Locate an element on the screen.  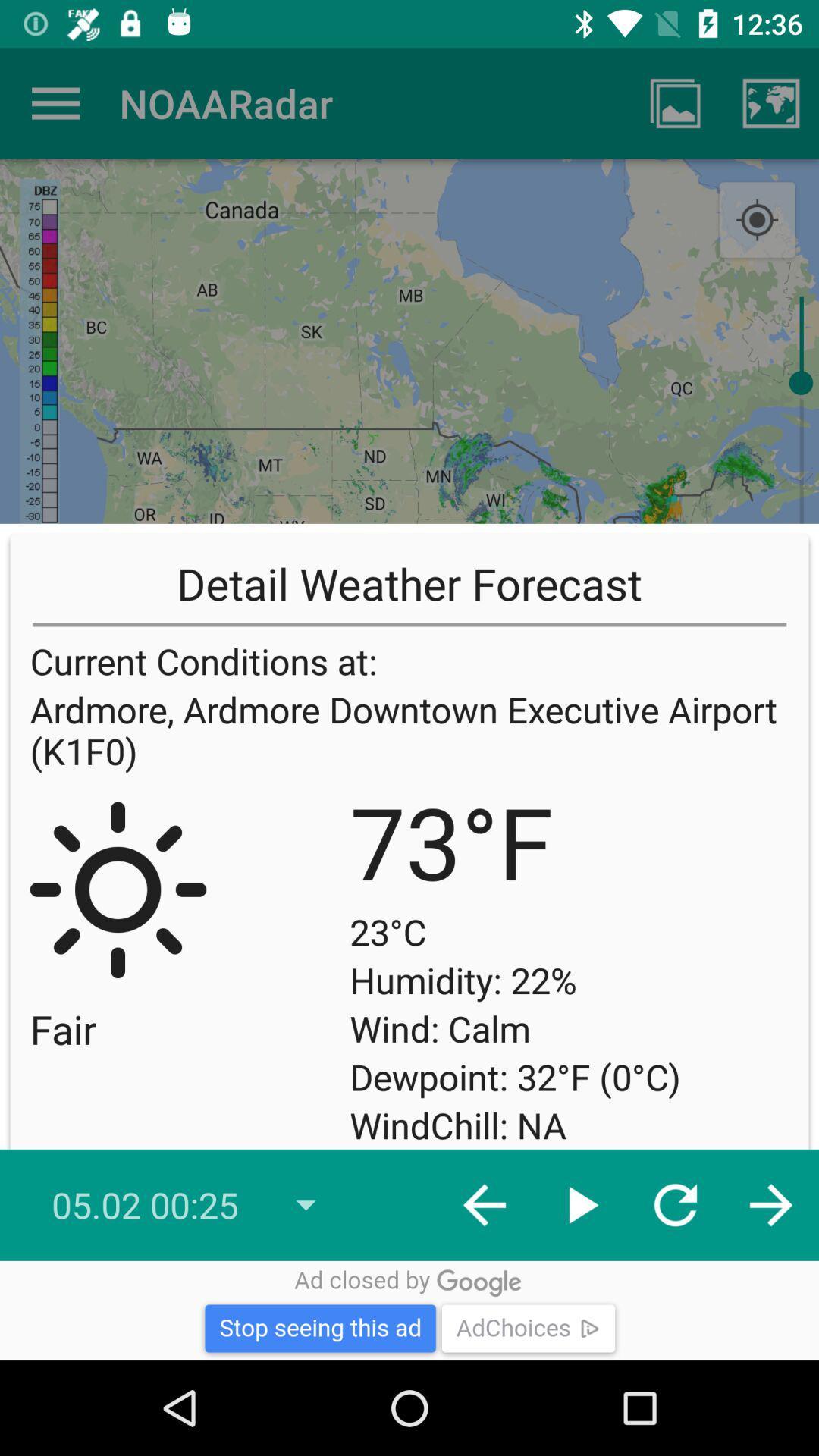
the item next to 05 02 00 app is located at coordinates (485, 1204).